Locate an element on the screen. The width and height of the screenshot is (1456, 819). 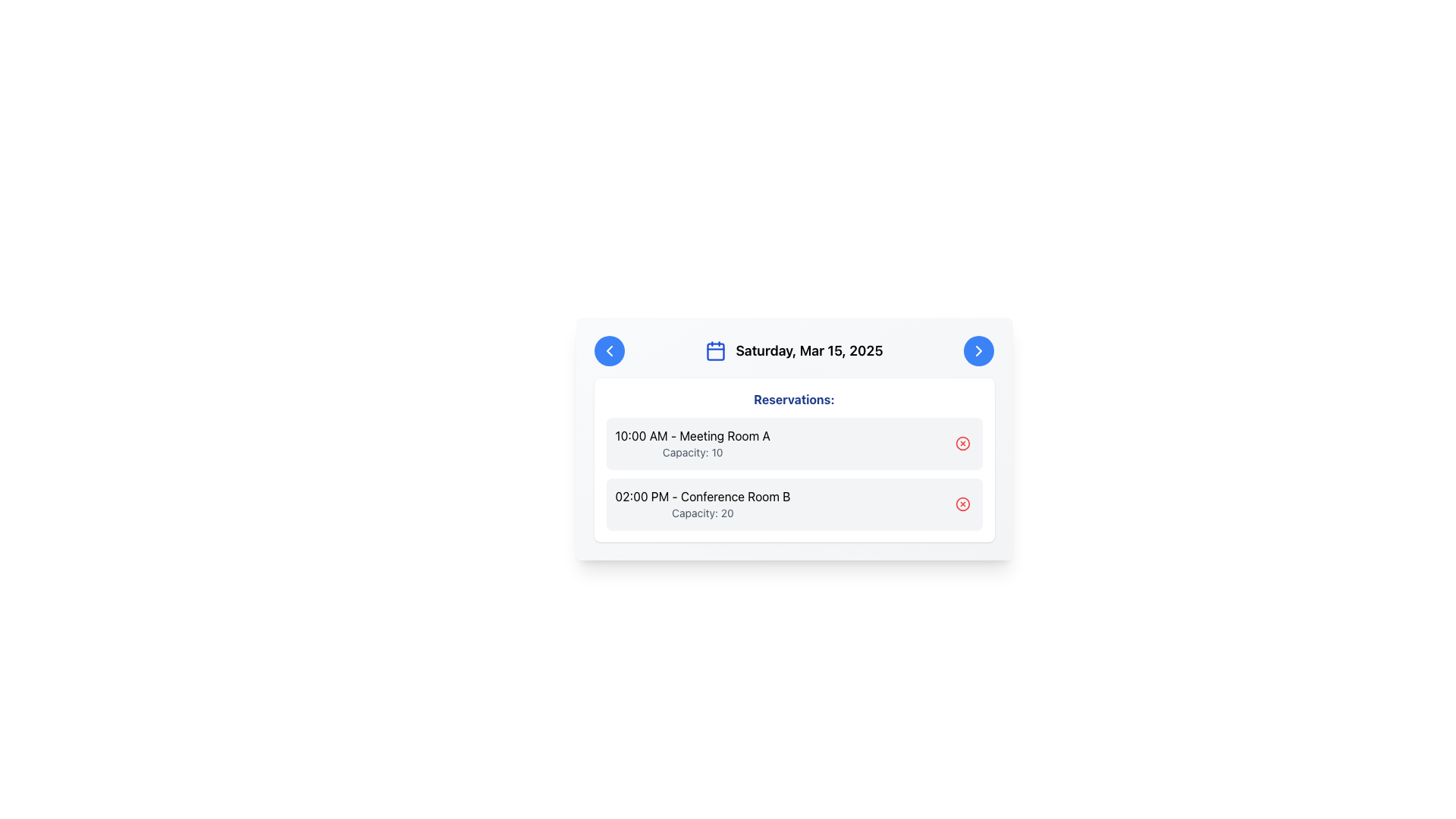
the left navigational control icon, which is located inside a blue circular background button in the top-left section of the interface is located at coordinates (609, 350).